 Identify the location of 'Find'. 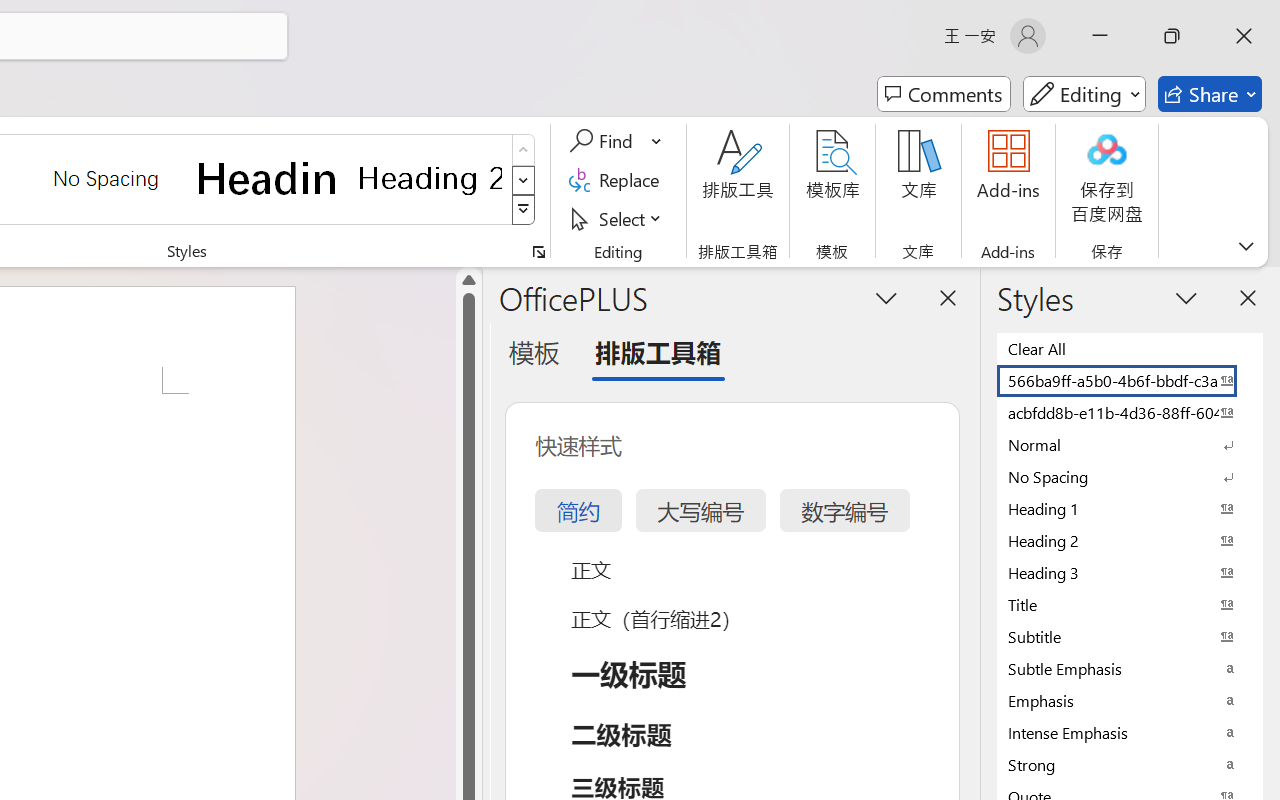
(603, 141).